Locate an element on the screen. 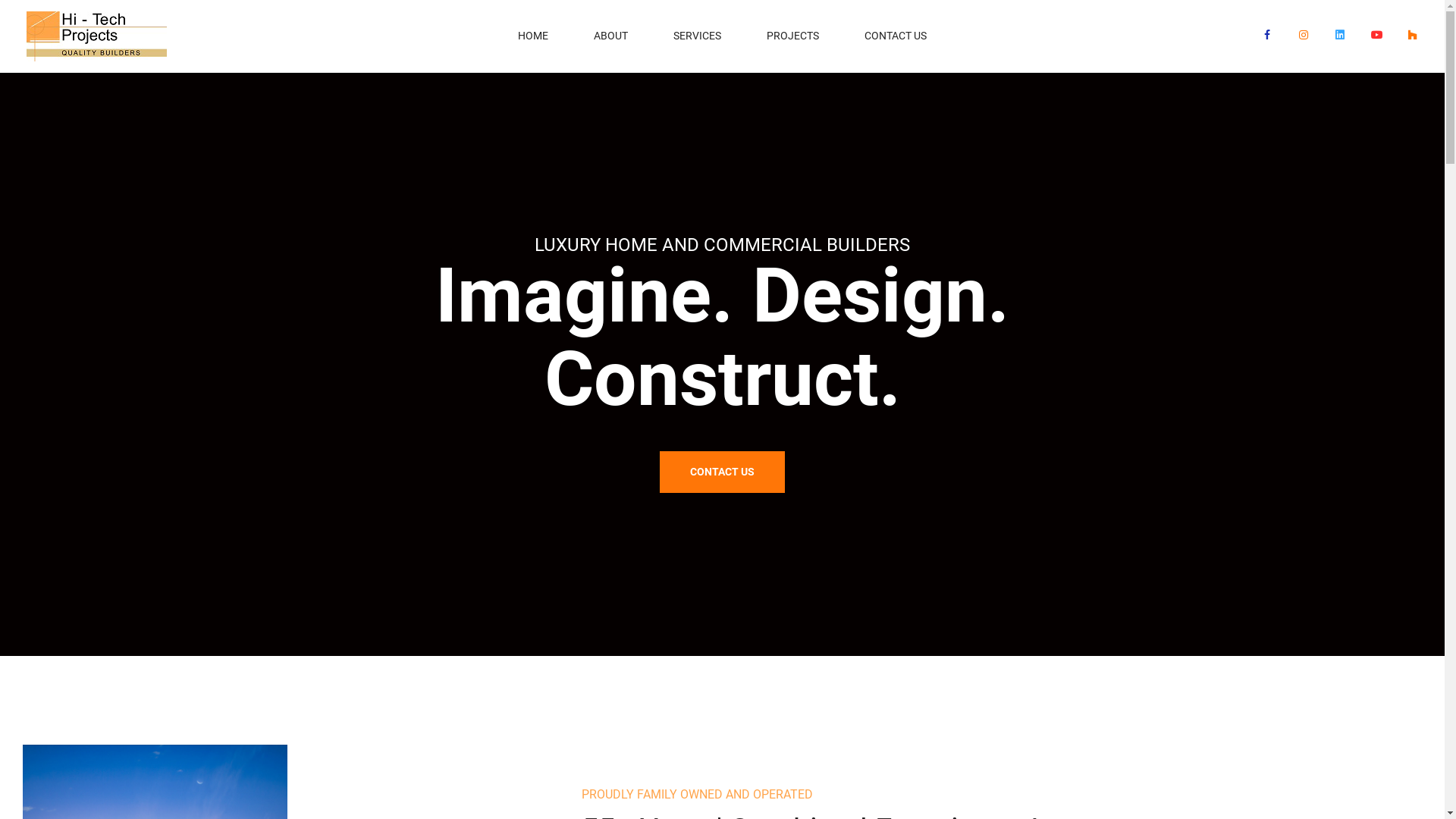  'PROJECTS' is located at coordinates (792, 35).